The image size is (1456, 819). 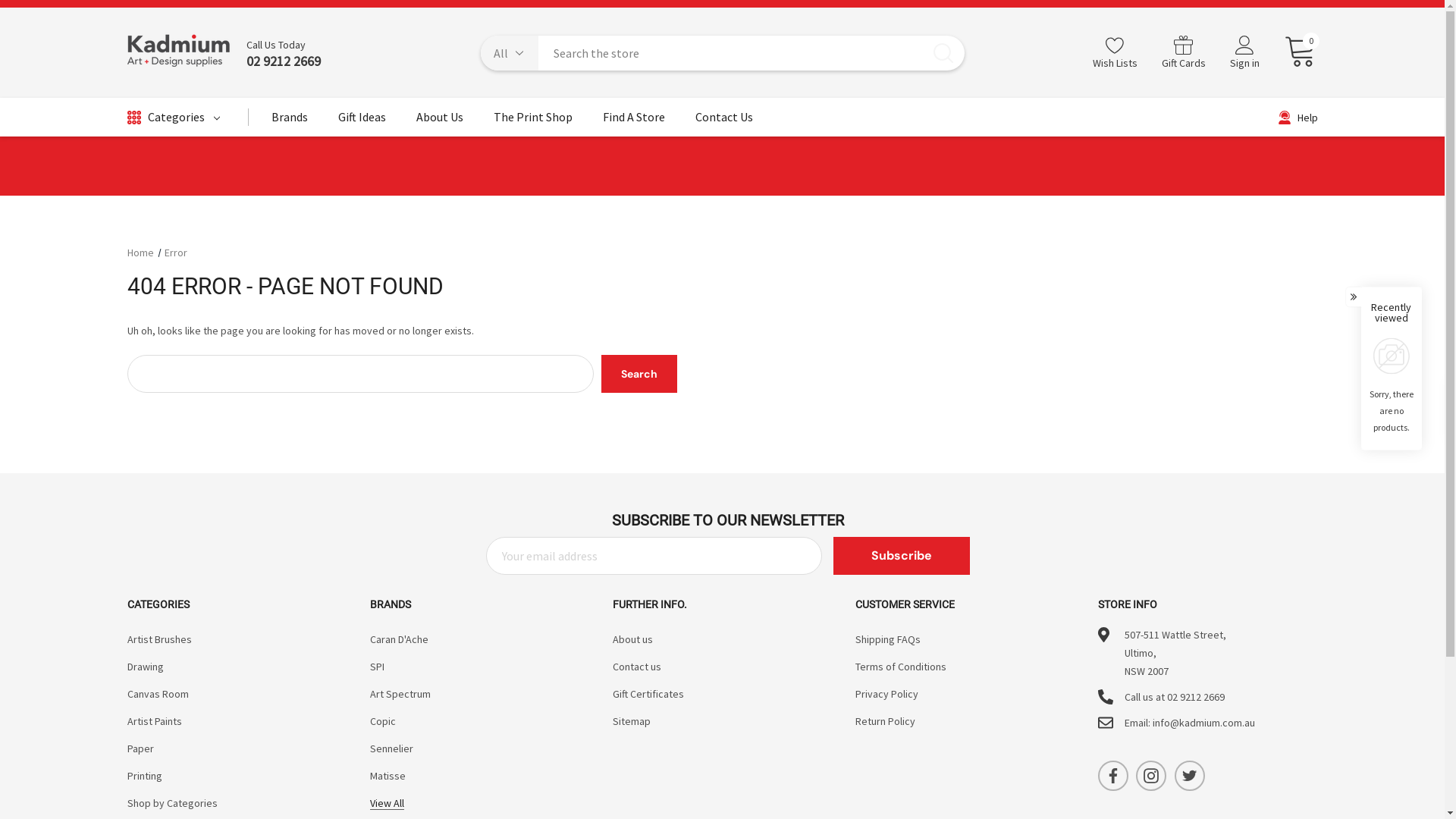 I want to click on 'Kadmium | Art + Design supplies', so click(x=179, y=52).